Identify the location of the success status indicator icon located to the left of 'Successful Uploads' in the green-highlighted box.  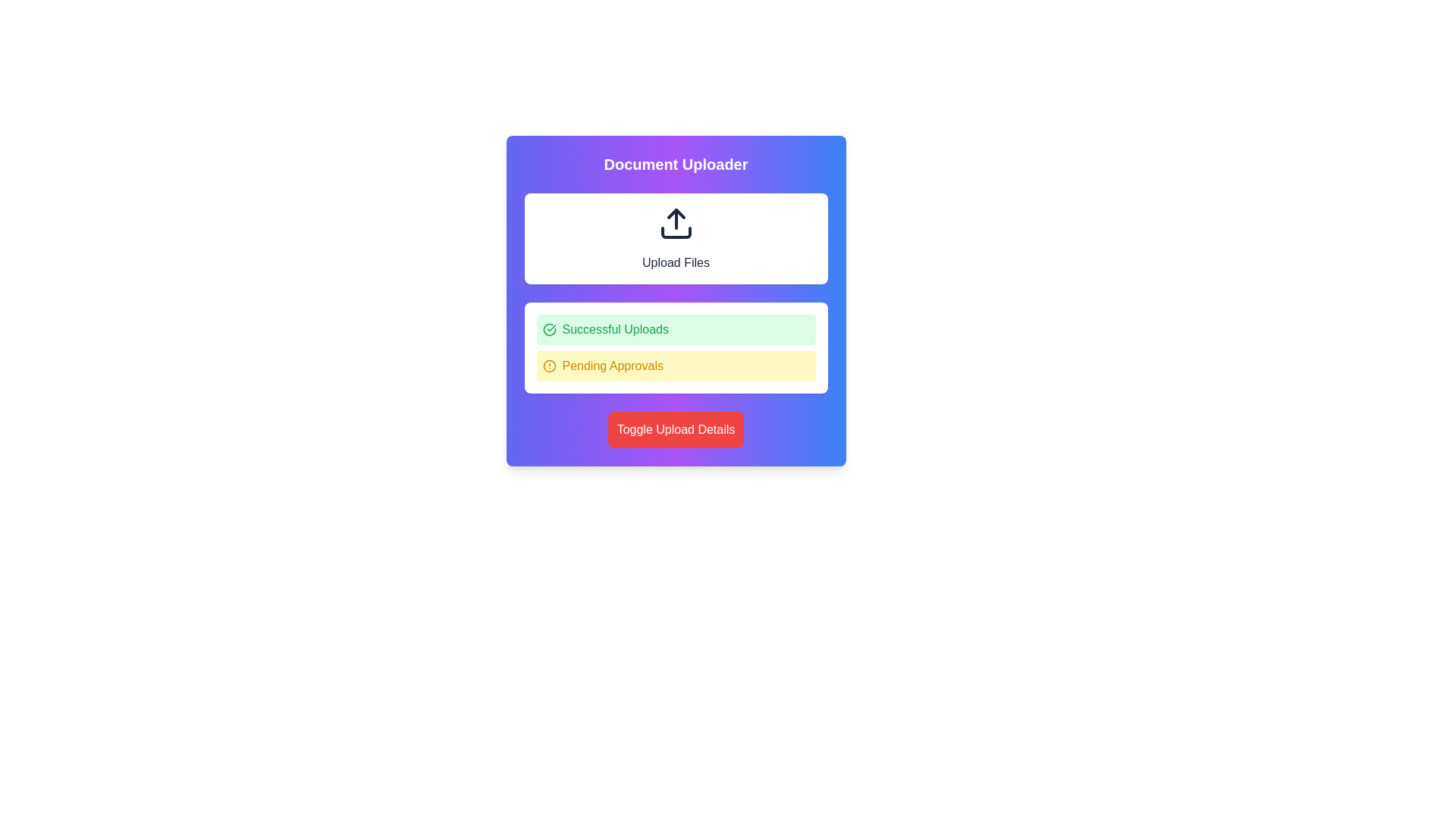
(548, 329).